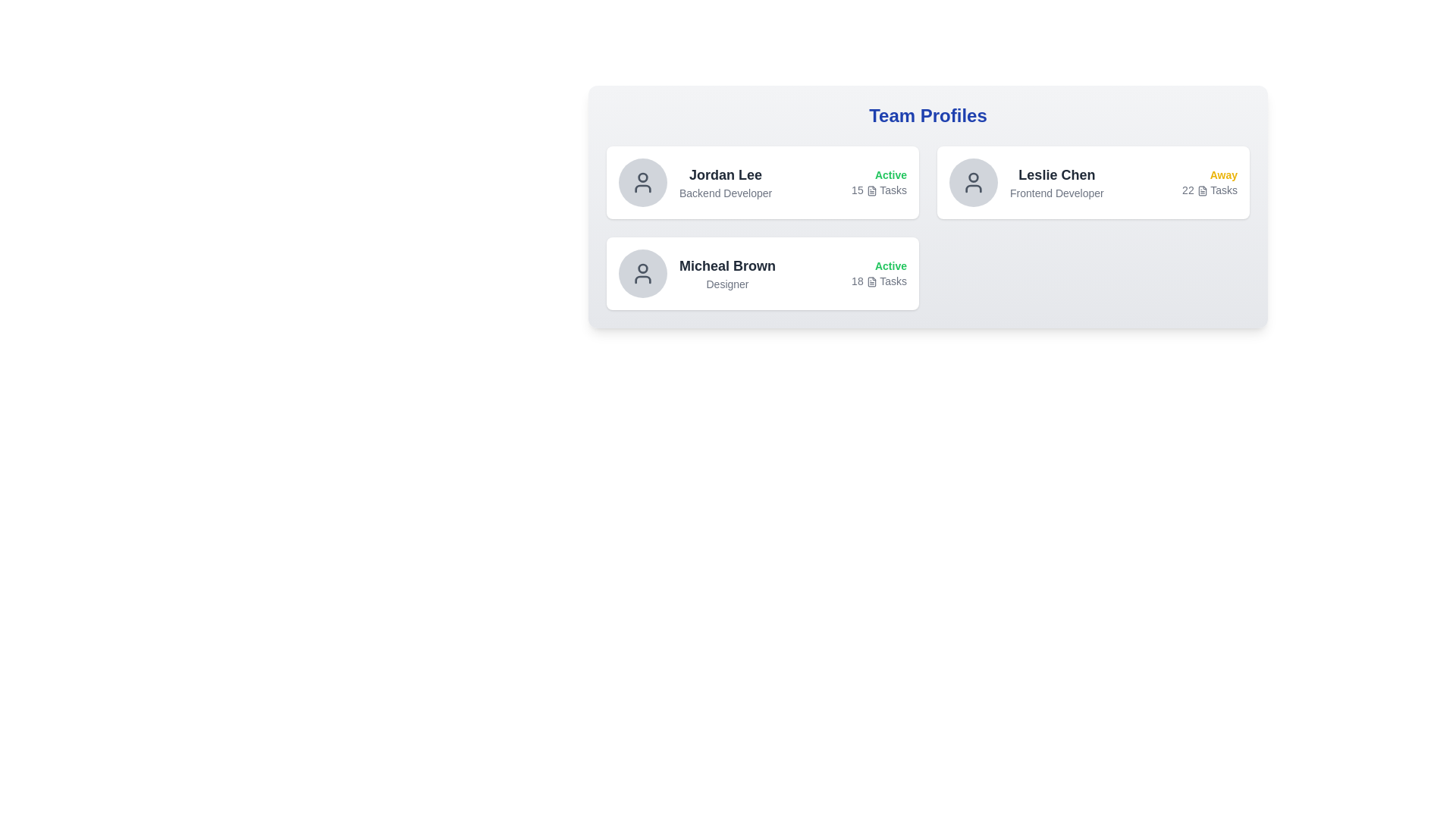 Image resolution: width=1456 pixels, height=819 pixels. What do you see at coordinates (973, 188) in the screenshot?
I see `the lower portion of the profile picture icon representing 'Leslie Chen' in the 'Team Profiles' section` at bounding box center [973, 188].